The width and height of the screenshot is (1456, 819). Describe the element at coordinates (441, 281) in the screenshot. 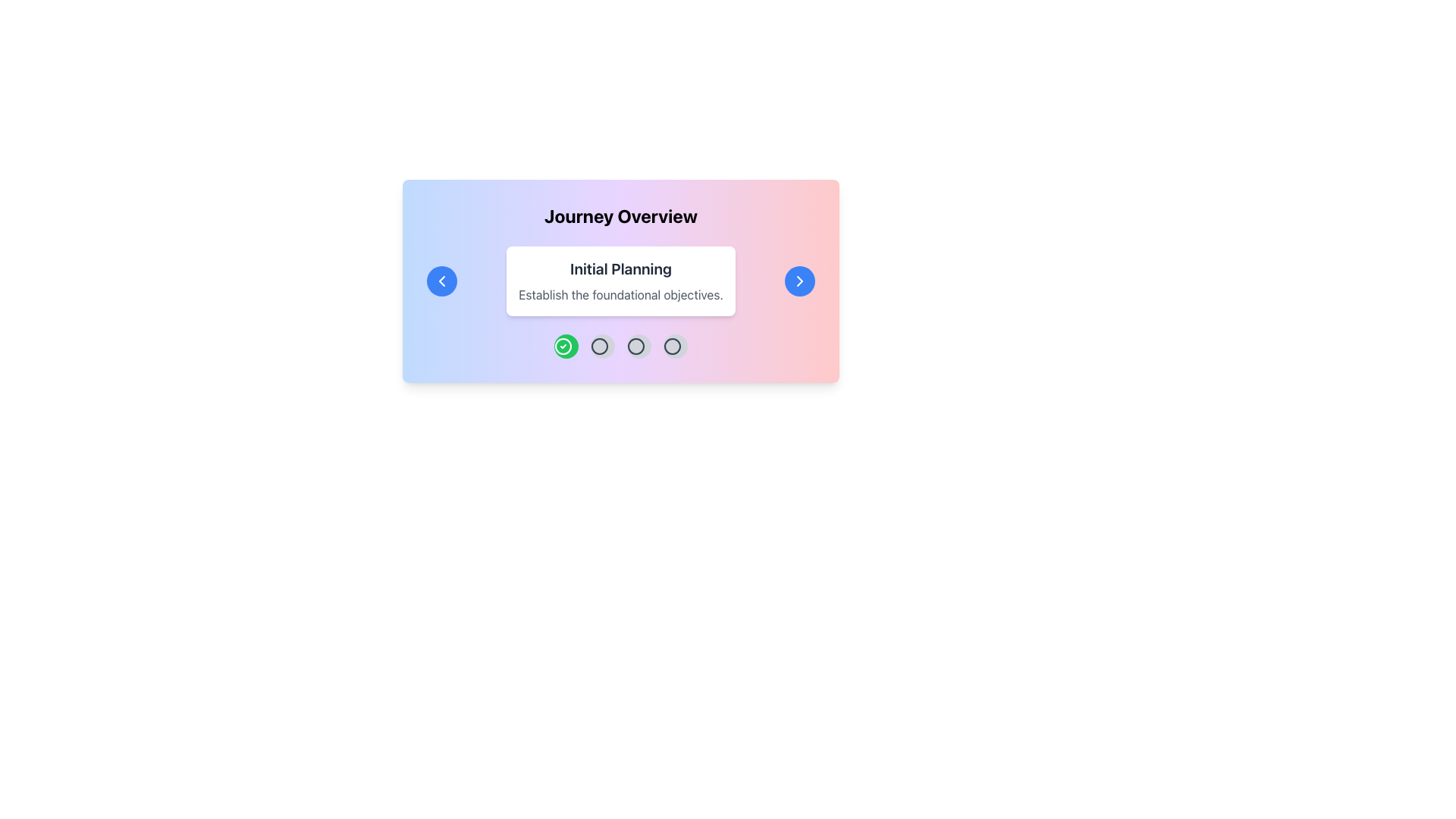

I see `the Chevron icon located within the circular blue button next to the title 'Journey Overview' for visual feedback` at that location.